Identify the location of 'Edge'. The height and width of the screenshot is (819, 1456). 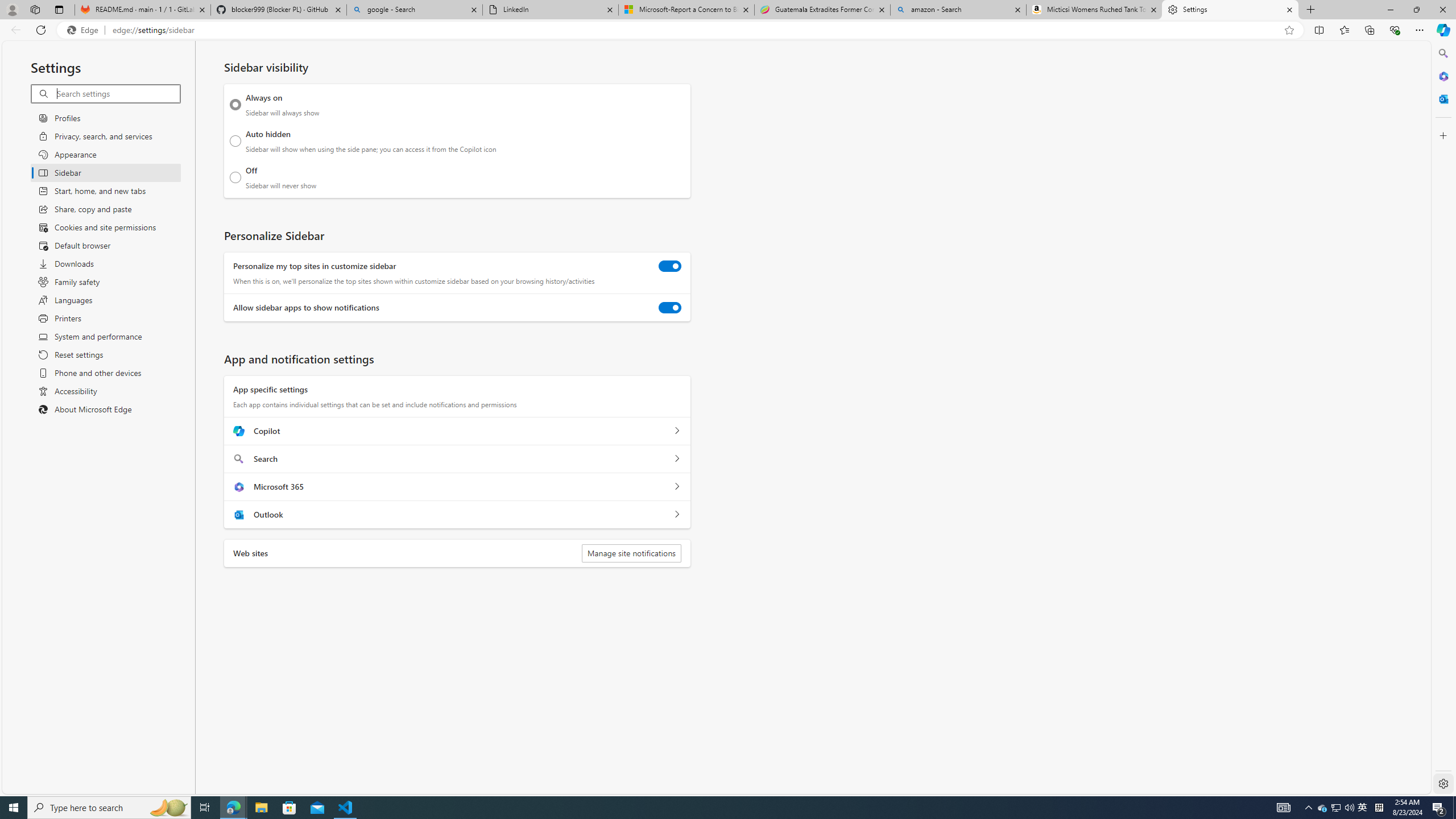
(84, 30).